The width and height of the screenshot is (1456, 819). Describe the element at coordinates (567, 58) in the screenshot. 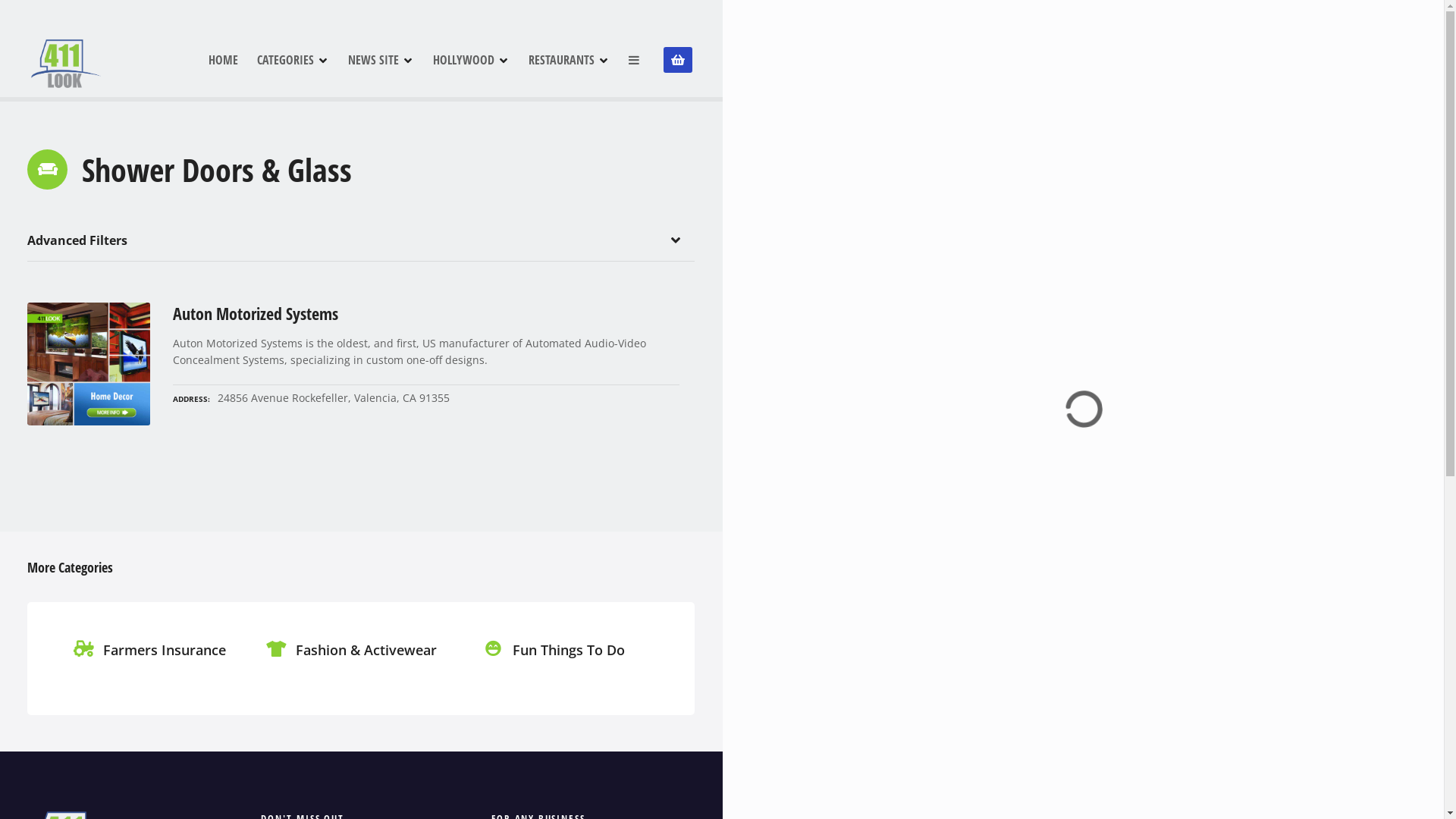

I see `'RESTAURANTS'` at that location.